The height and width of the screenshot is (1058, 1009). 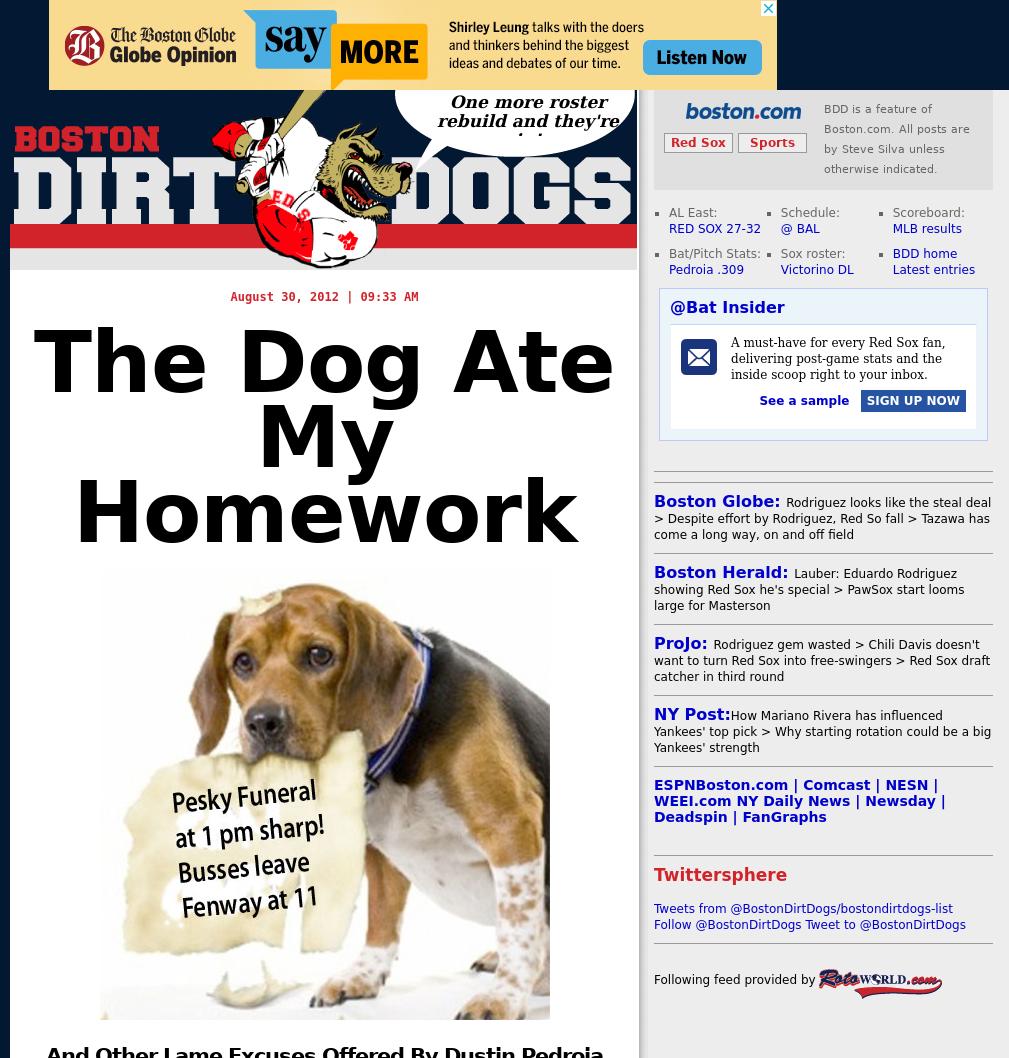 What do you see at coordinates (822, 732) in the screenshot?
I see `'How Mariano Rivera has influenced Yankees' top pick > Why starting rotation could be a big Yankees' strength'` at bounding box center [822, 732].